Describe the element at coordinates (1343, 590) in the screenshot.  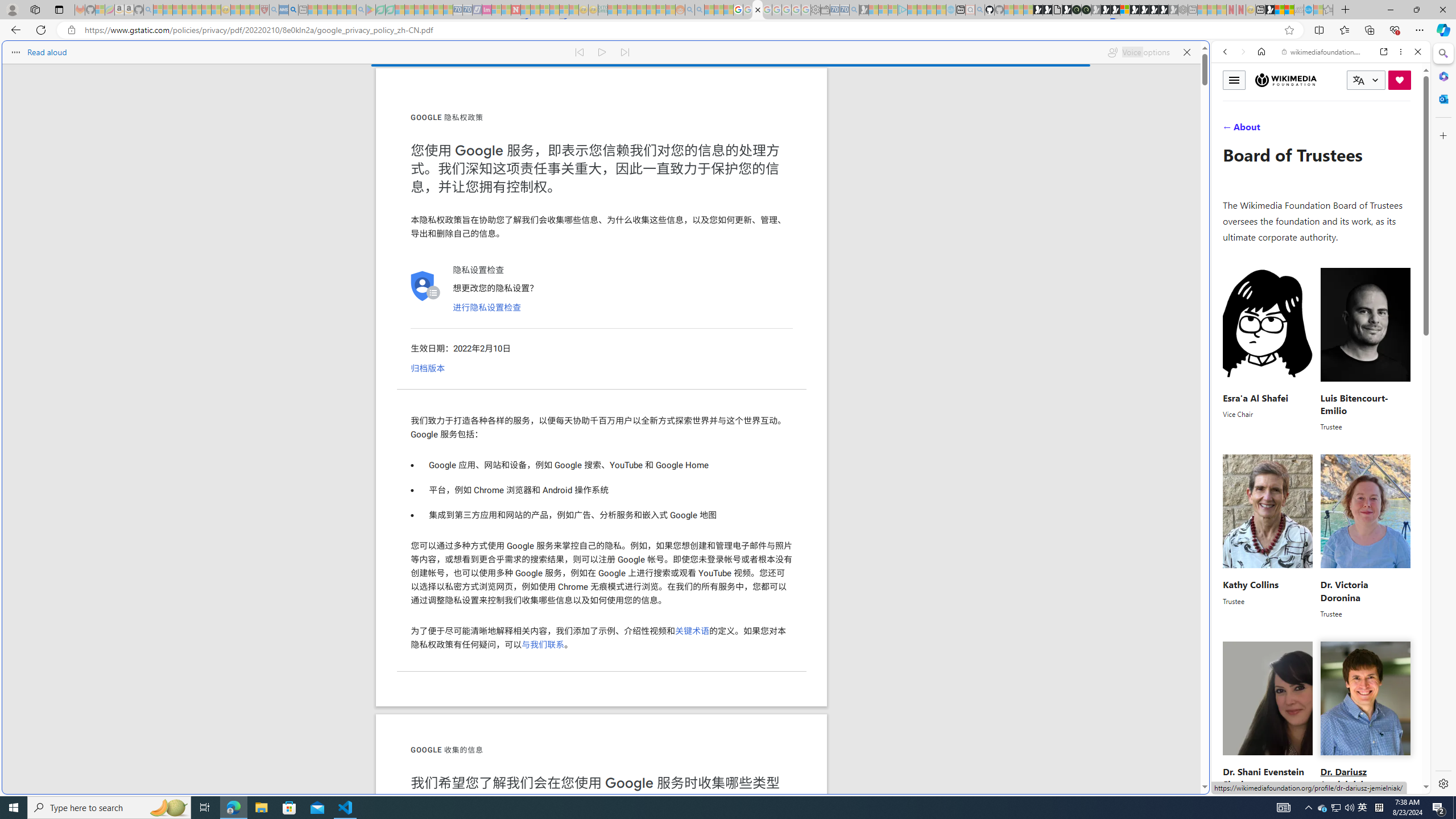
I see `'Dr. Victoria Doronina'` at that location.